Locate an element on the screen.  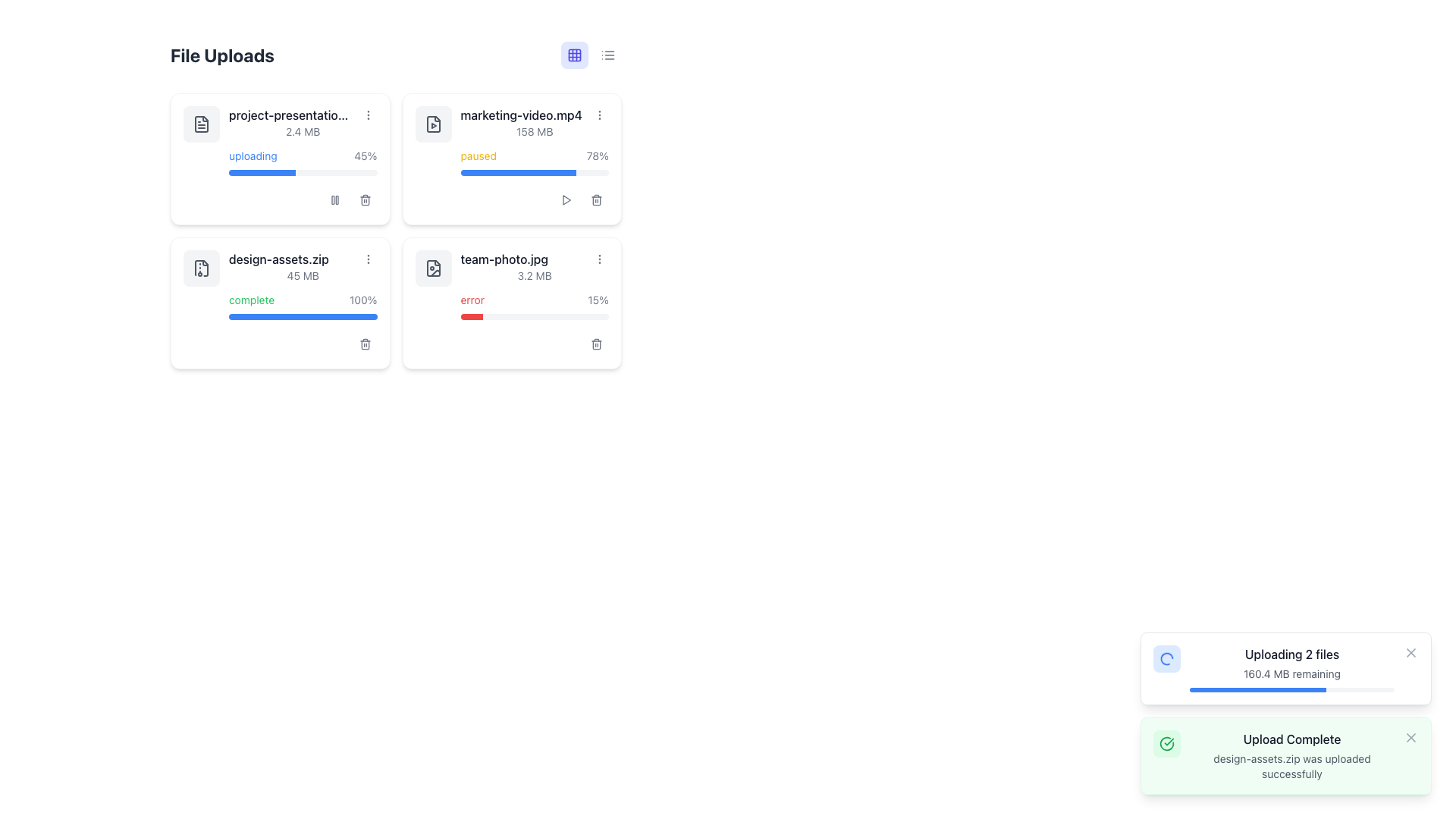
the static text label indicating the upload status of a file, which is located in the top-left card under the 'File Uploads' section, before the percentage '45%' is located at coordinates (253, 155).